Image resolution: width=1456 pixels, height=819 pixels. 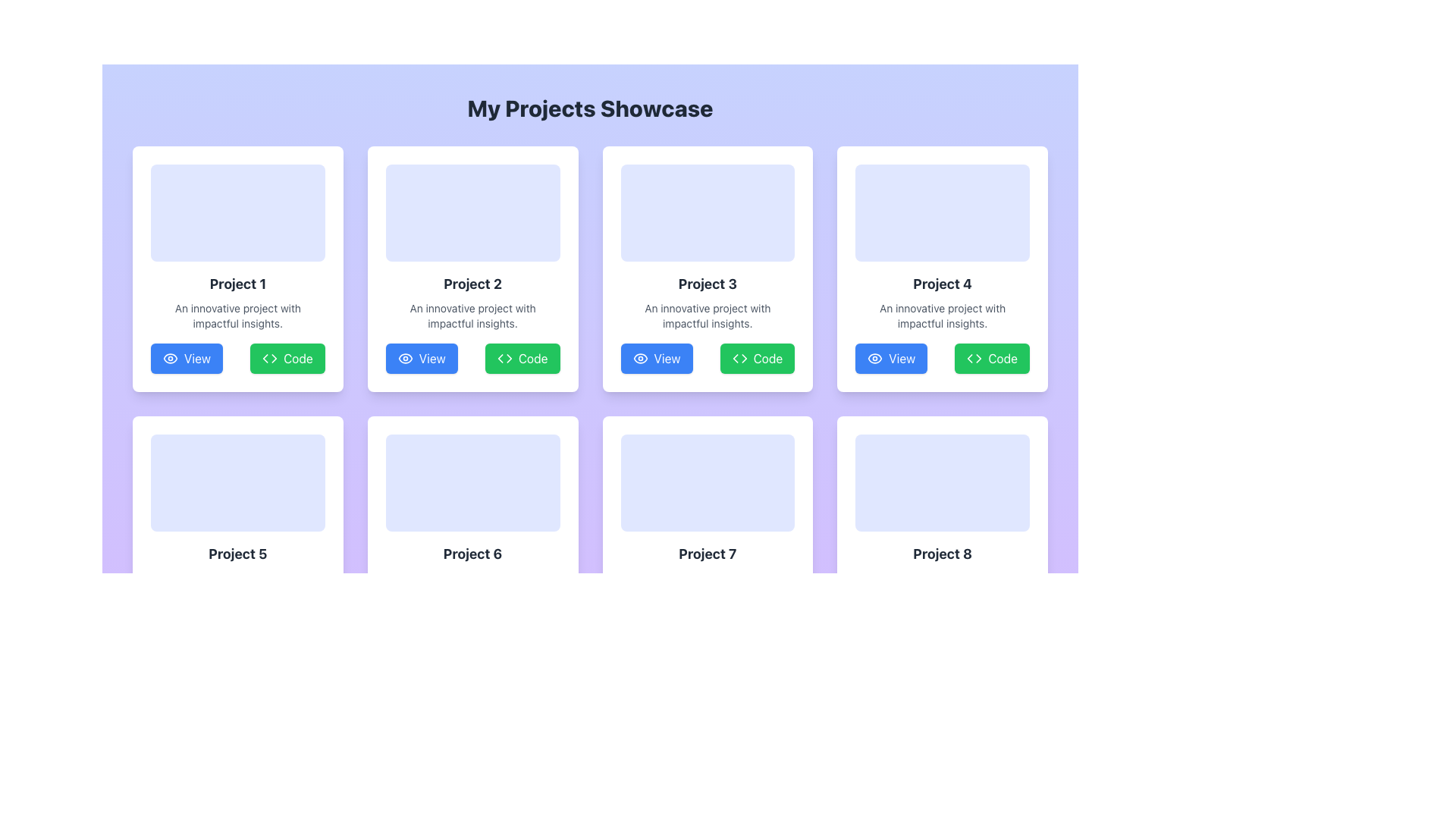 I want to click on the eye icon for the 'View' button located in the card for 'Project 2' in the second column of the top row of the grid layout, so click(x=171, y=359).